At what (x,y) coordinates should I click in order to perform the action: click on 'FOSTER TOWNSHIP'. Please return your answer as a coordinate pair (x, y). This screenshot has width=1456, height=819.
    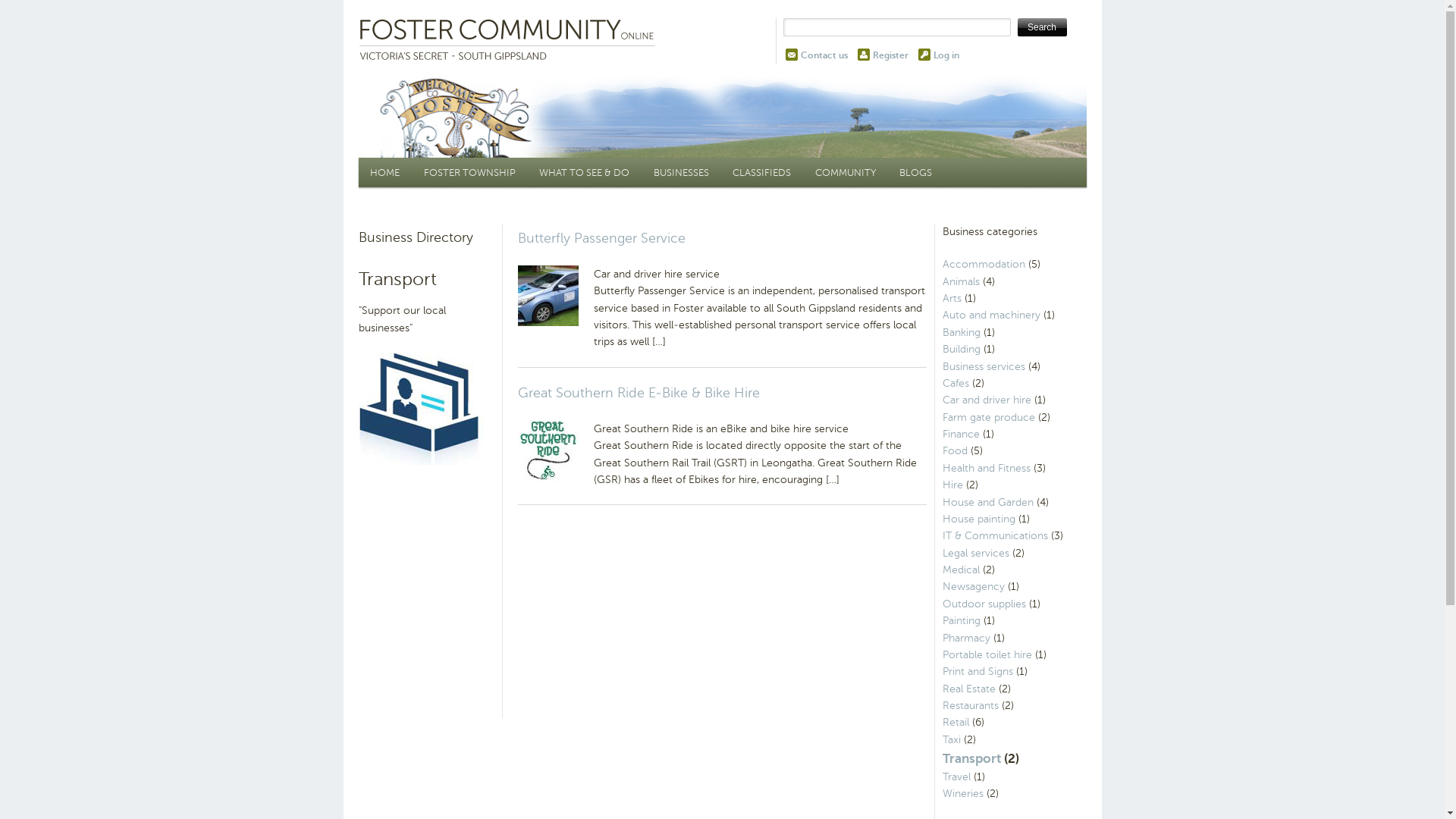
    Looking at the image, I should click on (411, 171).